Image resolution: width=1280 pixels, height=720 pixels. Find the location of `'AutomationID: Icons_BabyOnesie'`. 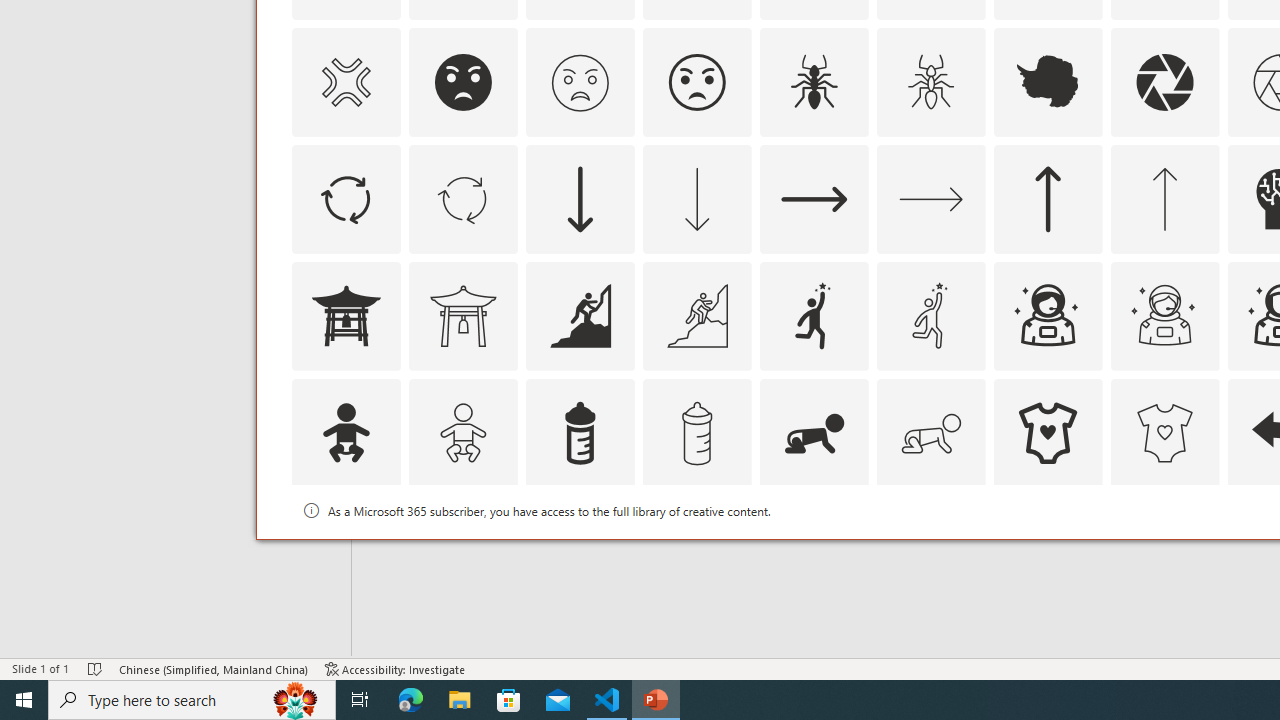

'AutomationID: Icons_BabyOnesie' is located at coordinates (1047, 431).